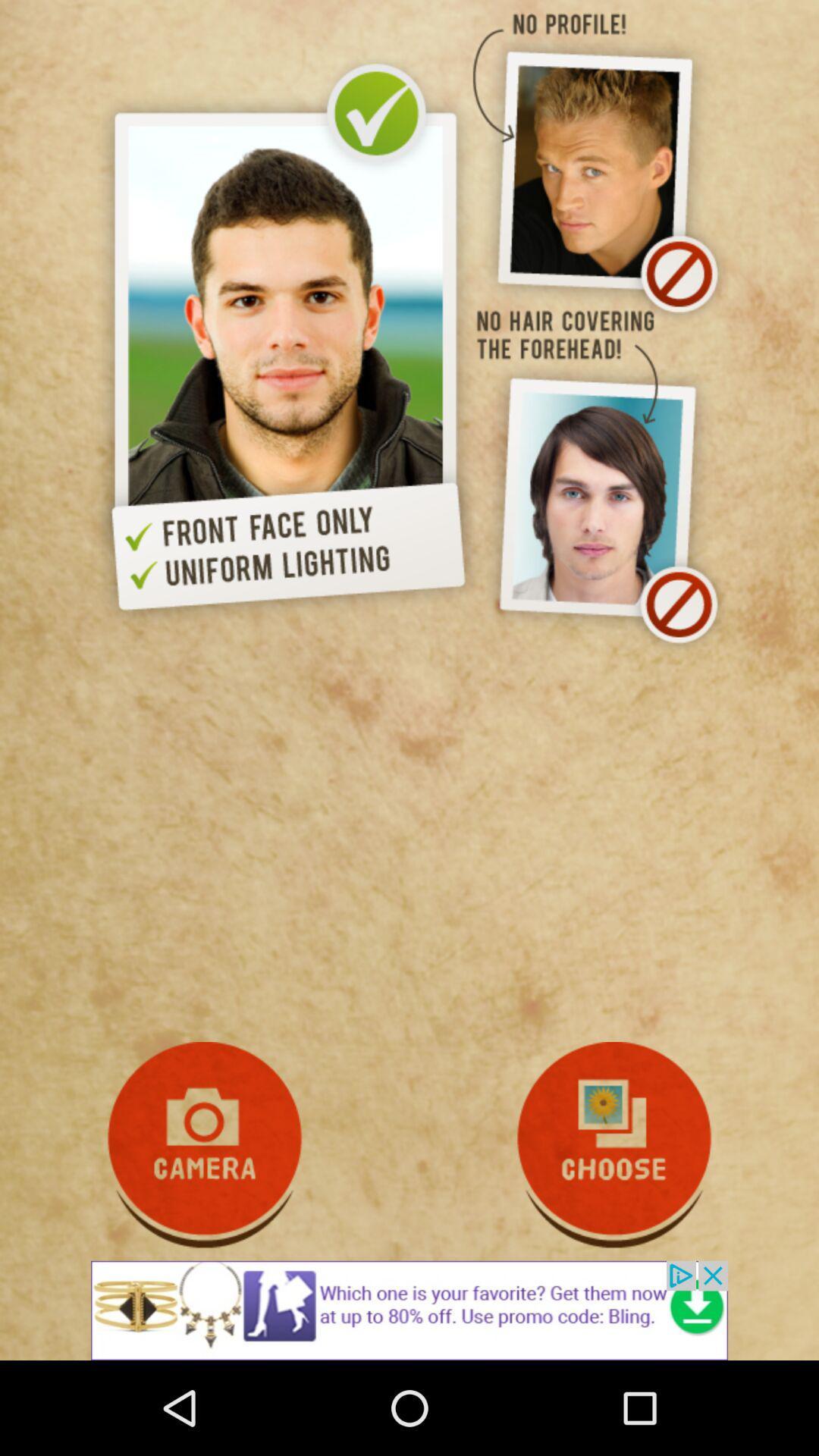 Image resolution: width=819 pixels, height=1456 pixels. Describe the element at coordinates (614, 1145) in the screenshot. I see `choose picture` at that location.